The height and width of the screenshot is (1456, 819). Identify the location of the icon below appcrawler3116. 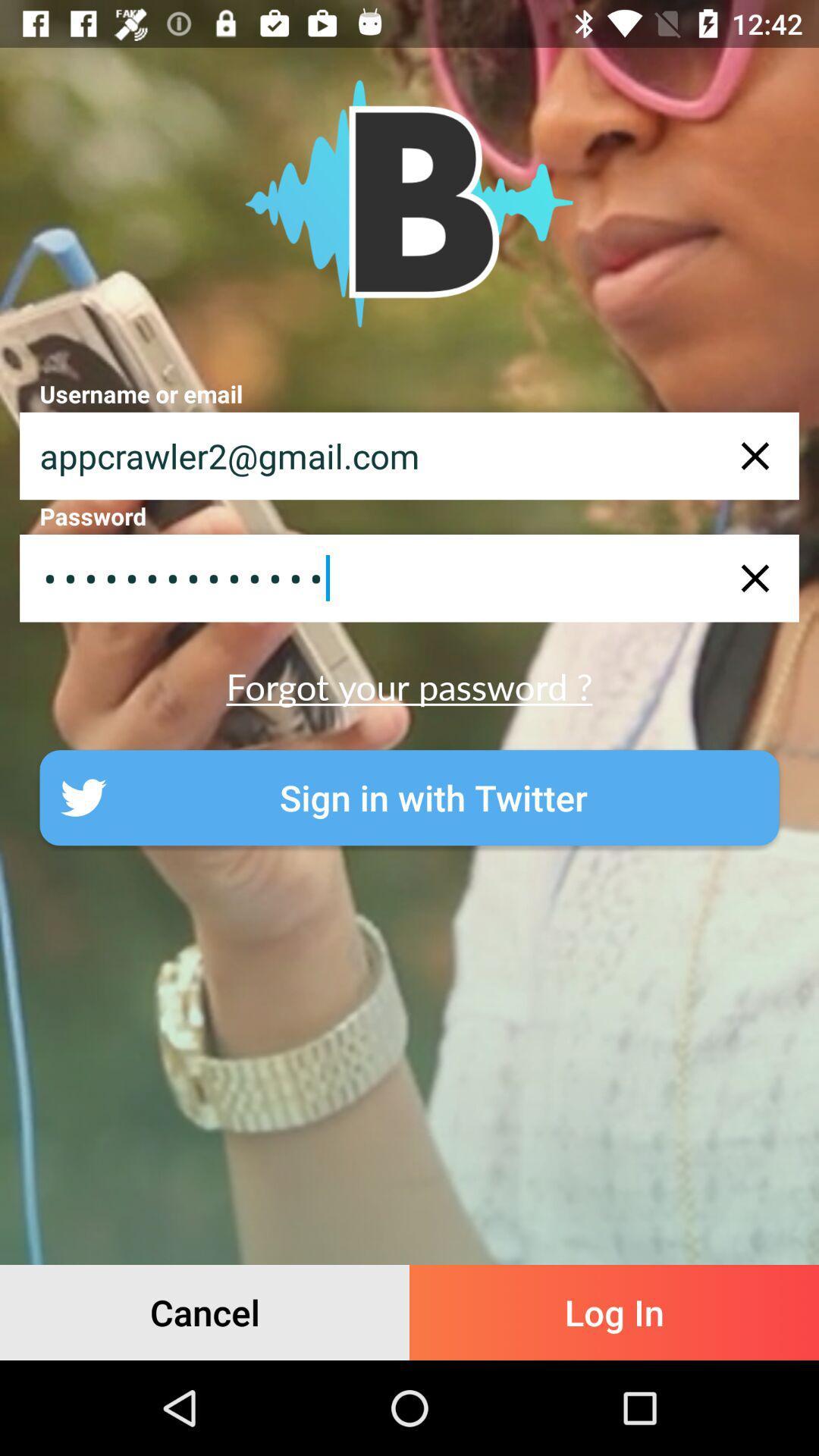
(409, 685).